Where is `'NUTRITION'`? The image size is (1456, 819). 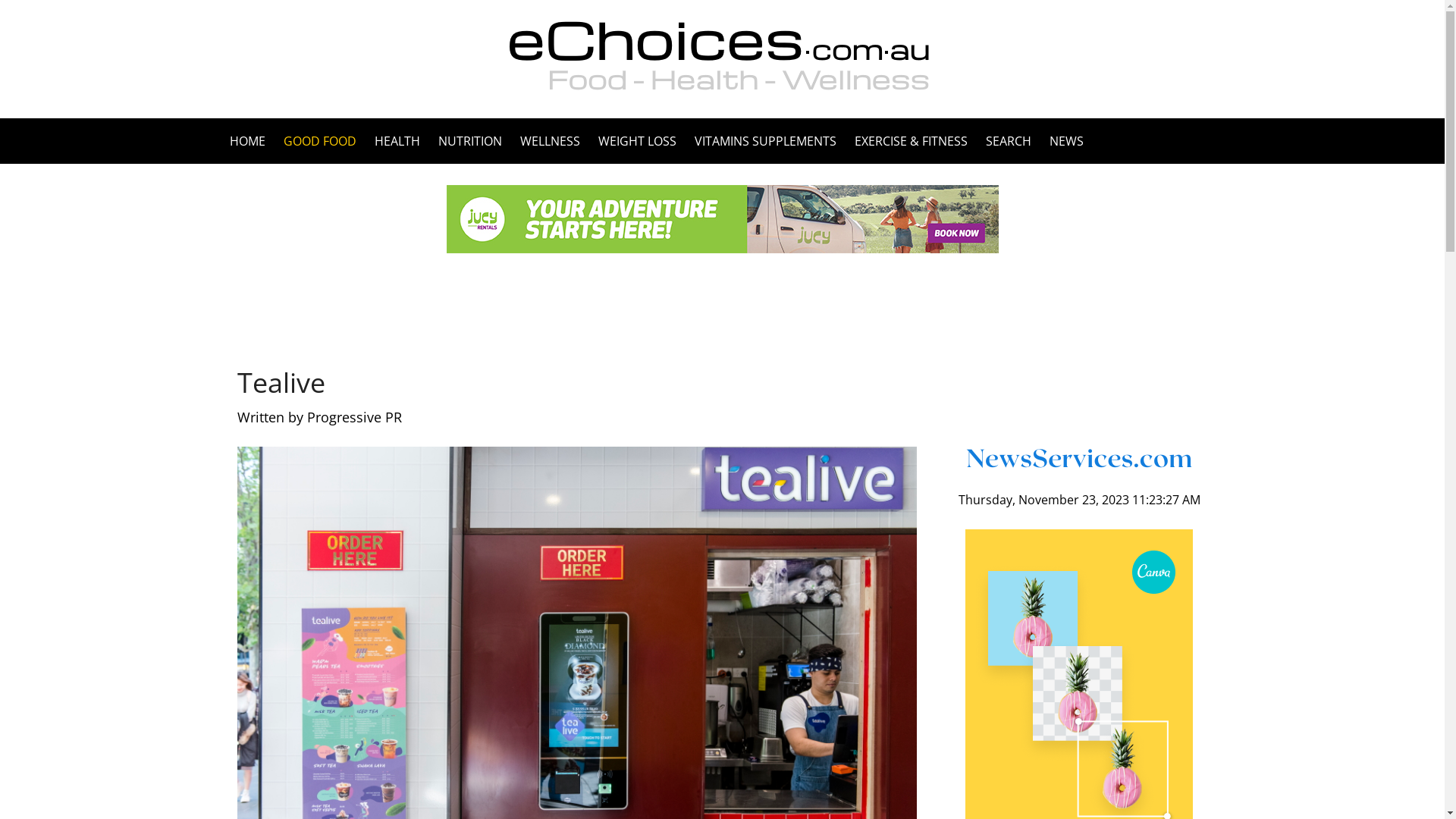 'NUTRITION' is located at coordinates (469, 140).